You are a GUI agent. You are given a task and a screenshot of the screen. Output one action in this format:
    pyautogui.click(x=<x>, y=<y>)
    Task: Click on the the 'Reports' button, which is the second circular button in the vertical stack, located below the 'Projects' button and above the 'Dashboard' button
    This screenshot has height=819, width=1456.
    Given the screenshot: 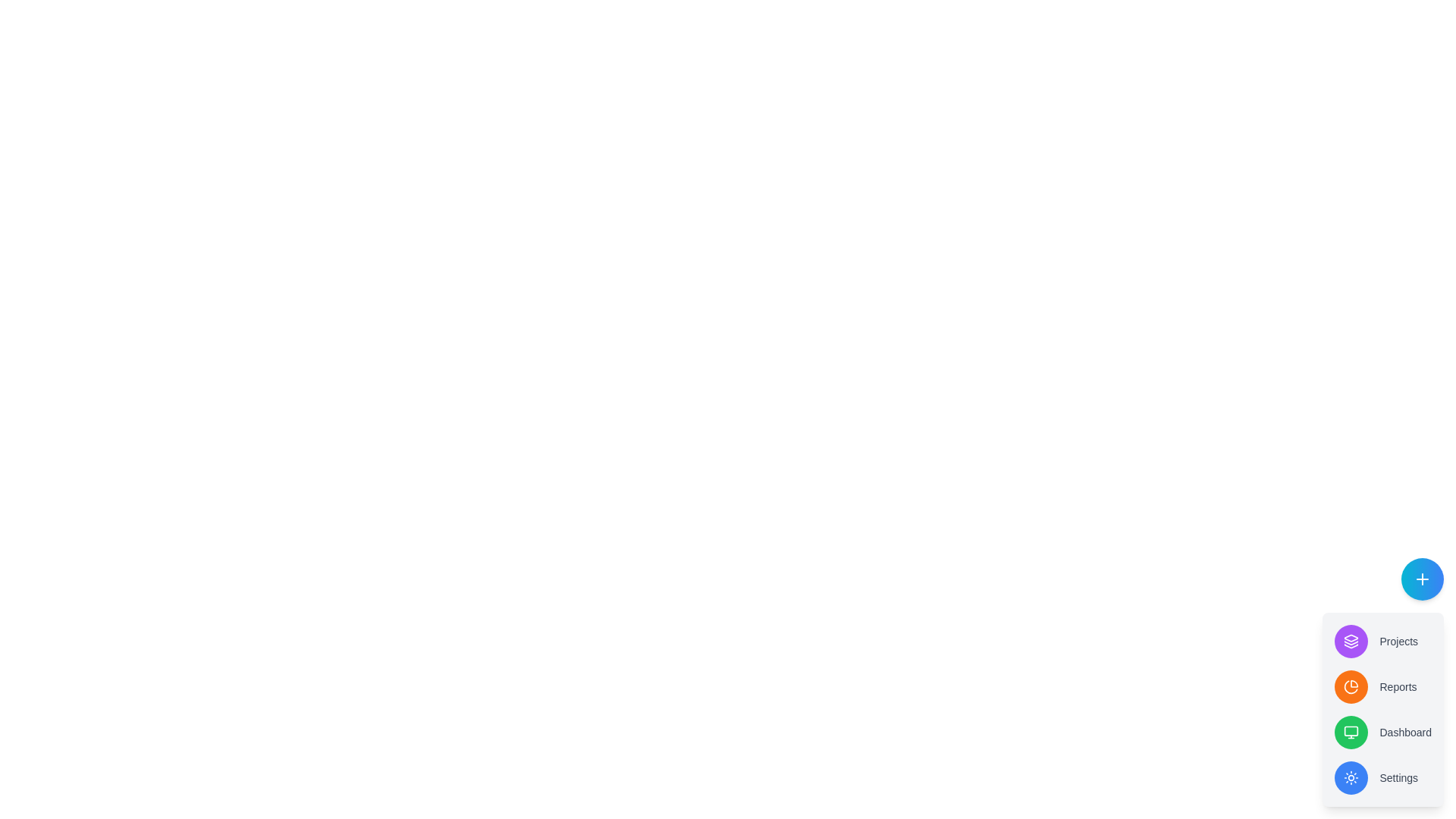 What is the action you would take?
    pyautogui.click(x=1351, y=687)
    